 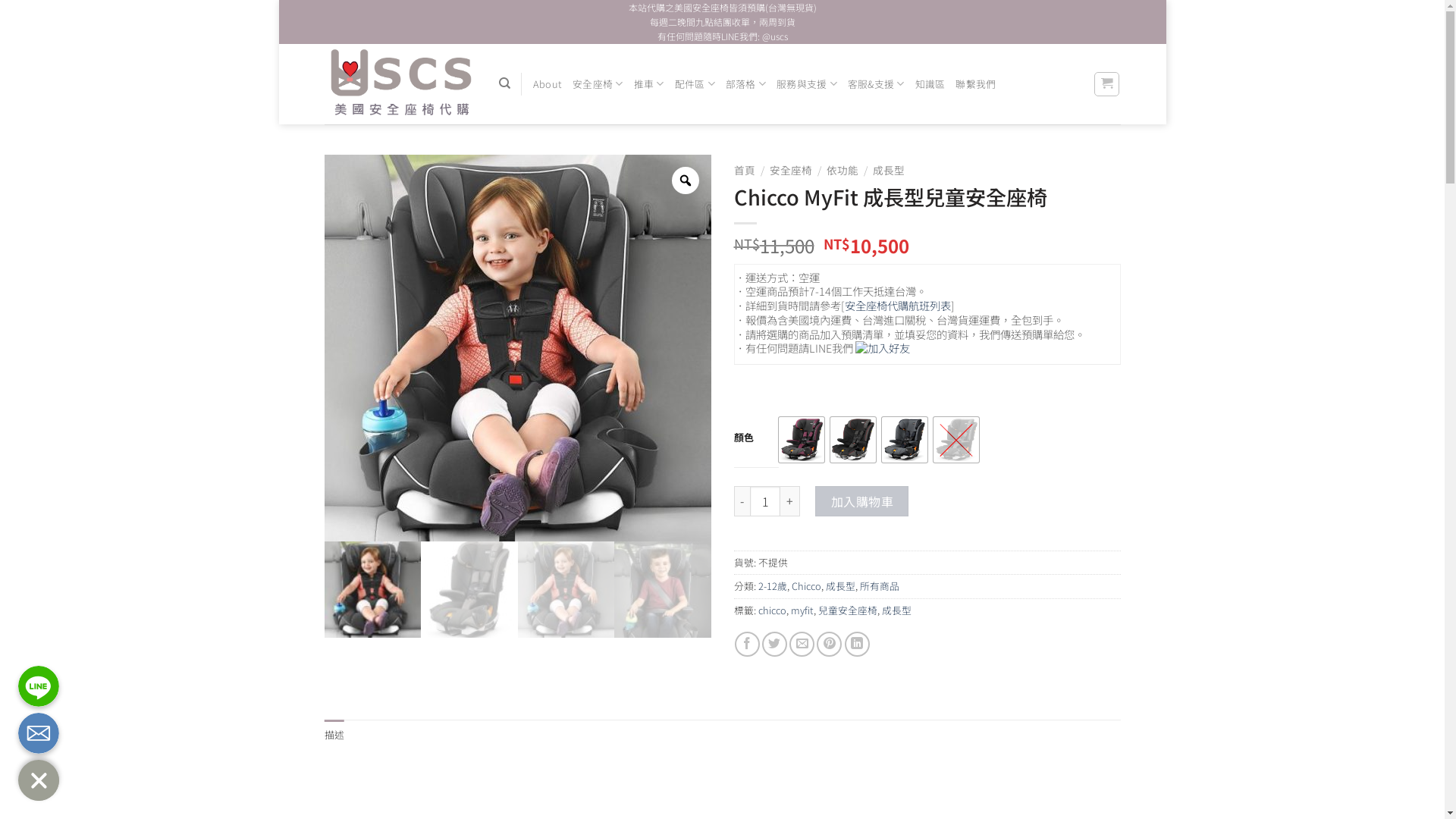 What do you see at coordinates (373, 589) in the screenshot?
I see `'01'` at bounding box center [373, 589].